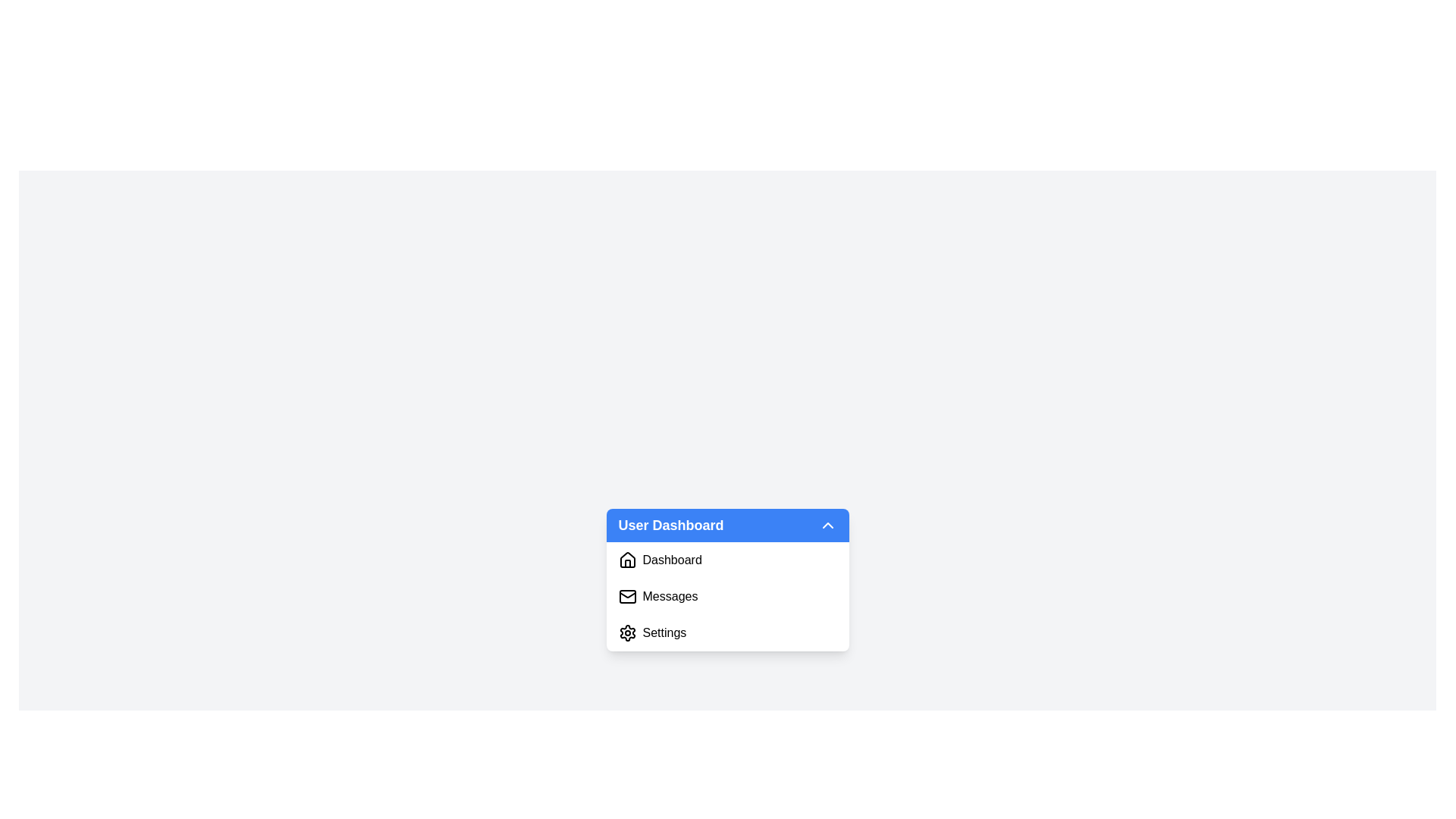 The height and width of the screenshot is (819, 1456). What do you see at coordinates (726, 560) in the screenshot?
I see `the first menu item in the dropdown labeled 'User Dashboard'` at bounding box center [726, 560].